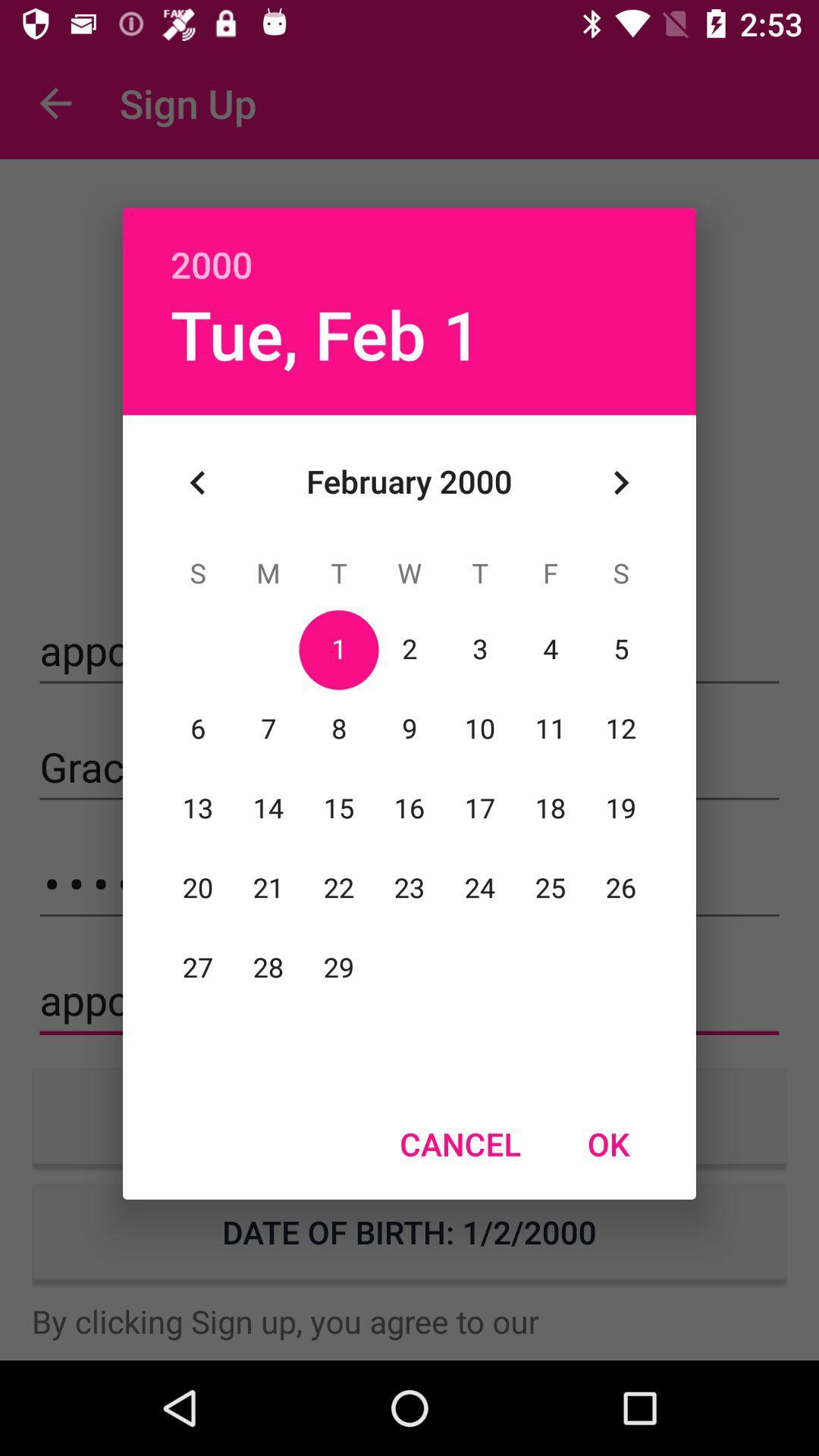 The height and width of the screenshot is (1456, 819). I want to click on the 2000 item, so click(409, 248).